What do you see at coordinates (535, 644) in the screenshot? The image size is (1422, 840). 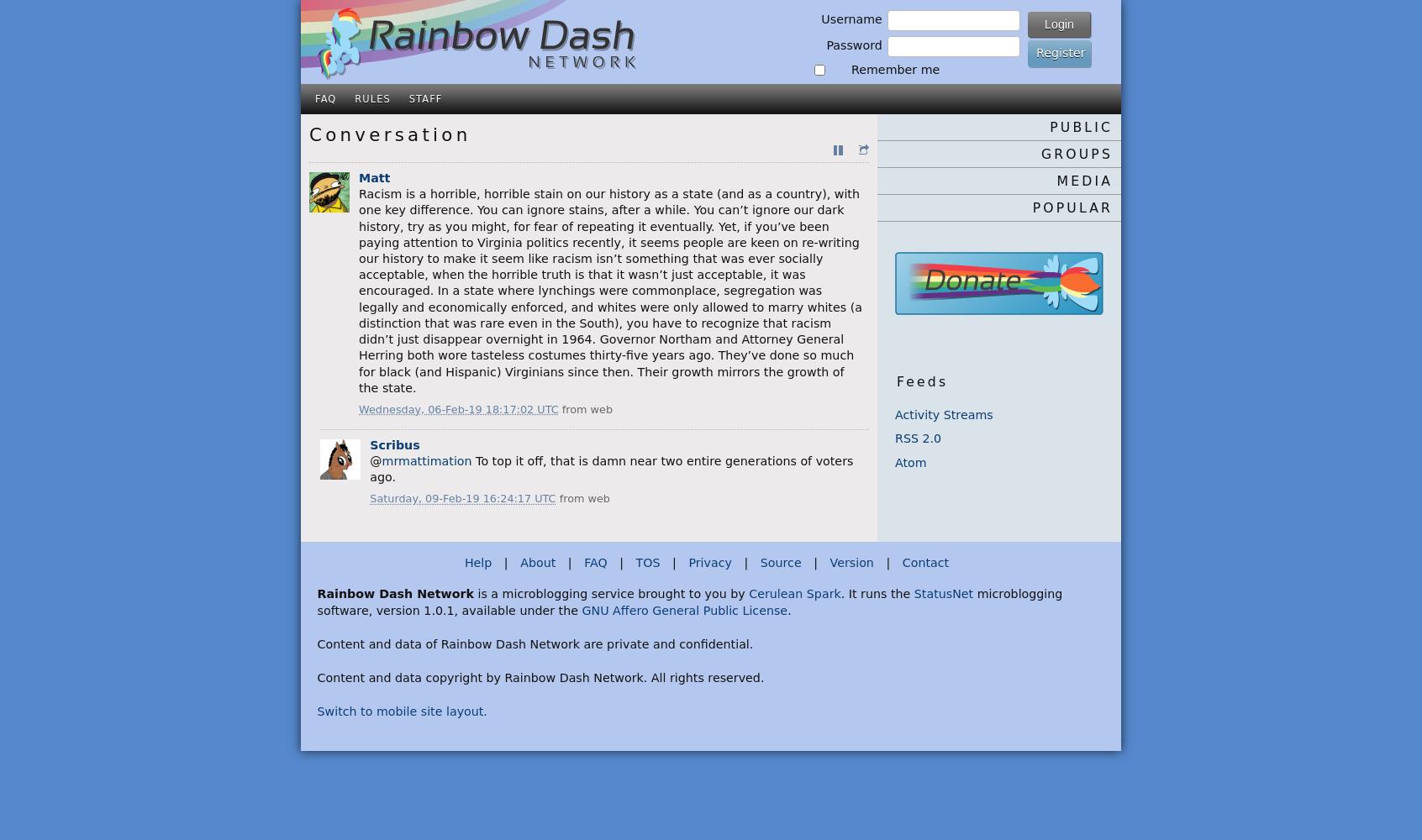 I see `'Content and data of Rainbow Dash Network are private and confidential.'` at bounding box center [535, 644].